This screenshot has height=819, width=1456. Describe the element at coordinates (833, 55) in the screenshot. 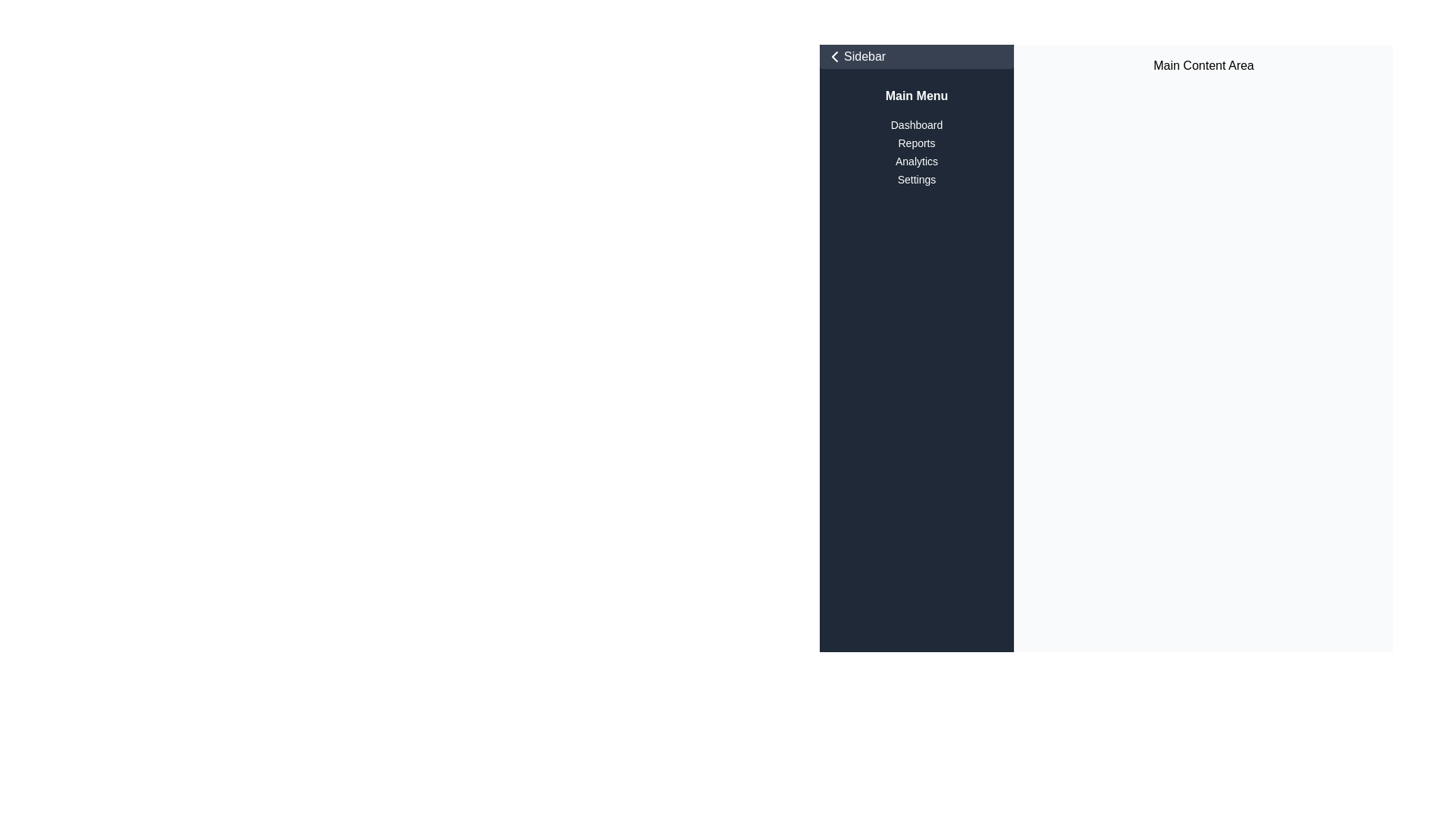

I see `the left-pointing arrow icon located in the top-left corner of the interface within the header area adjacent to the sidebar` at that location.